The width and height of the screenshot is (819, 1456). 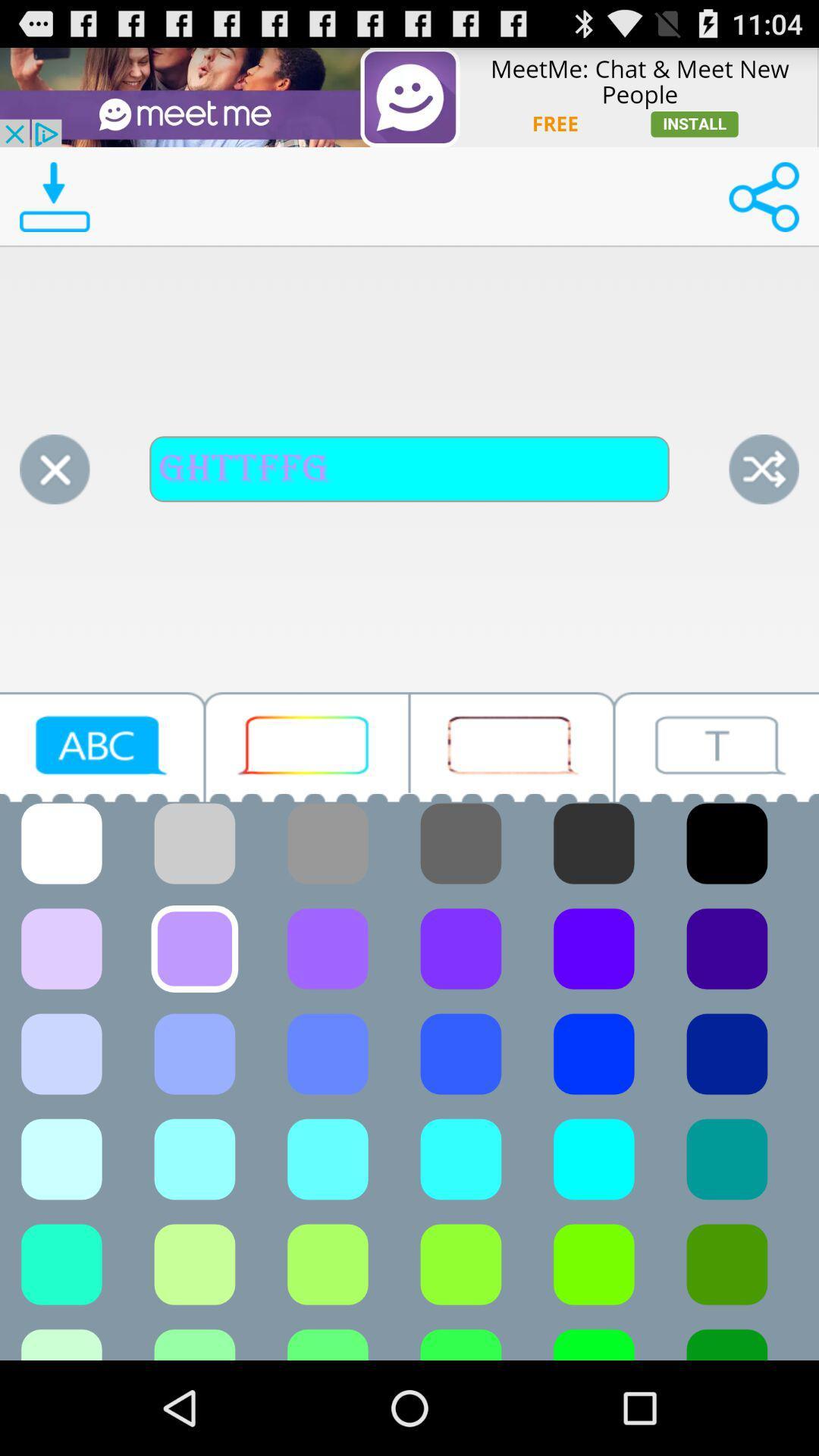 I want to click on text icon, so click(x=717, y=747).